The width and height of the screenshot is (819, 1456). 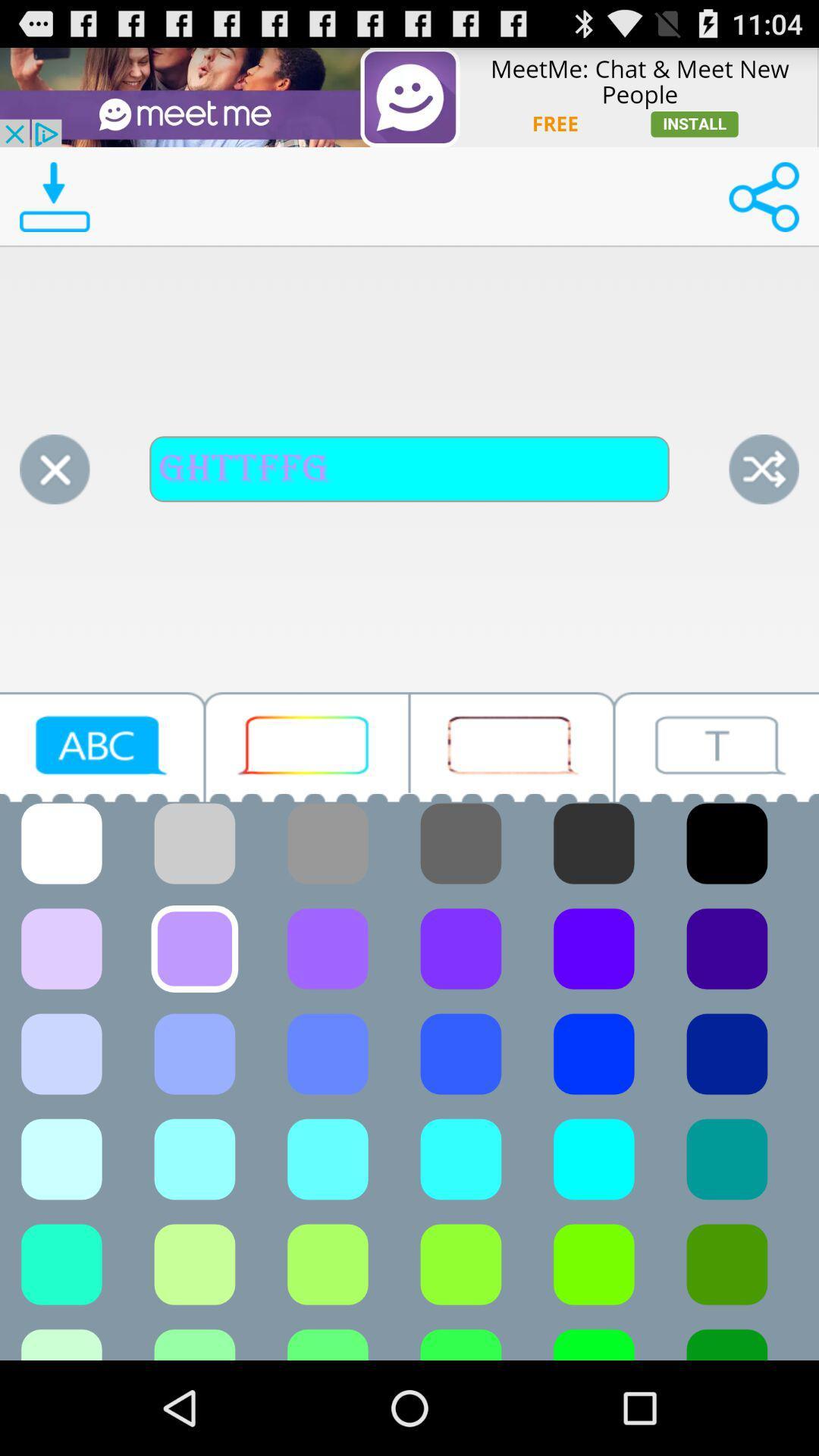 I want to click on text icon, so click(x=717, y=747).